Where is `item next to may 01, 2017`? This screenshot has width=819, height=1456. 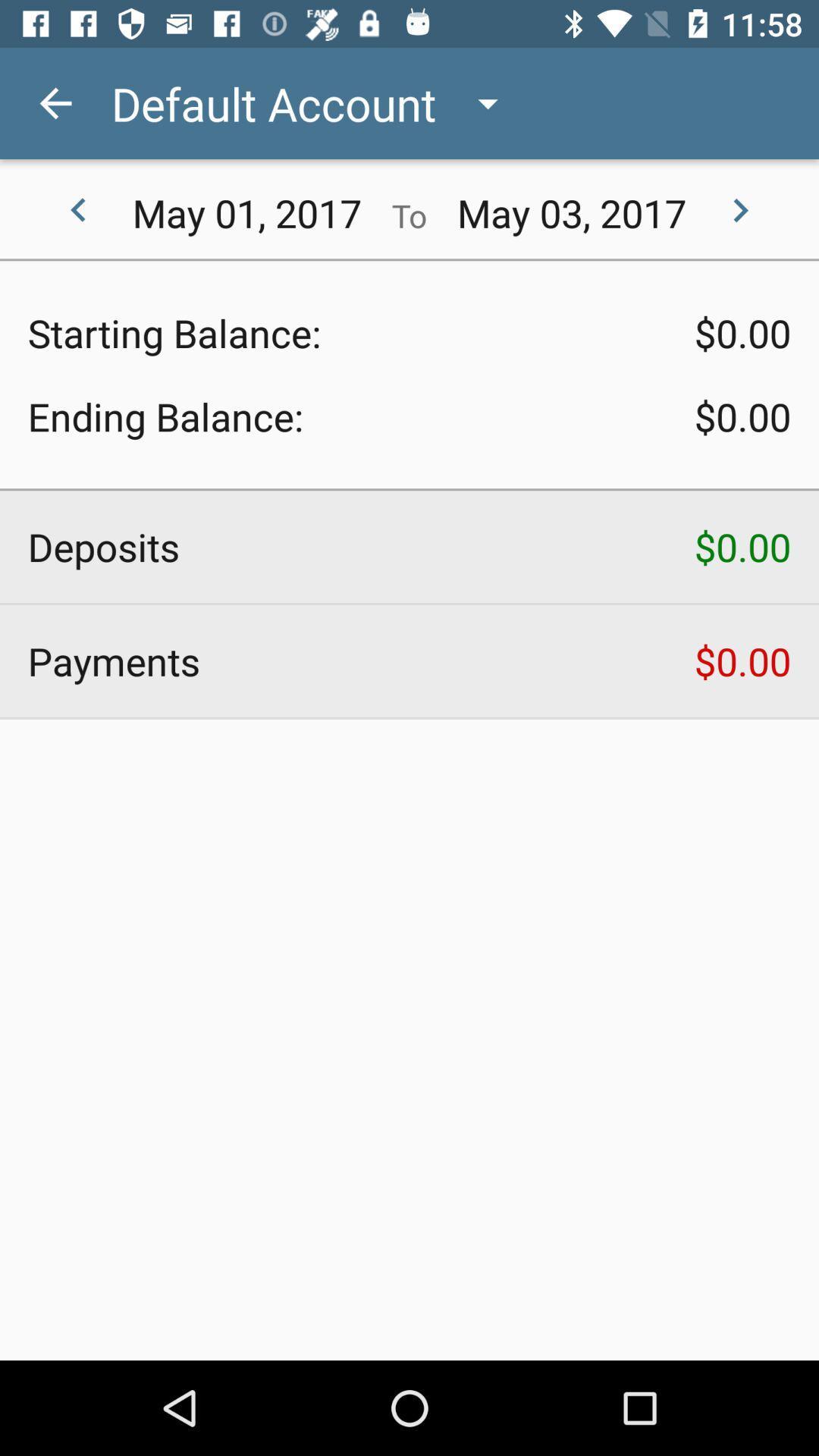 item next to may 01, 2017 is located at coordinates (78, 210).